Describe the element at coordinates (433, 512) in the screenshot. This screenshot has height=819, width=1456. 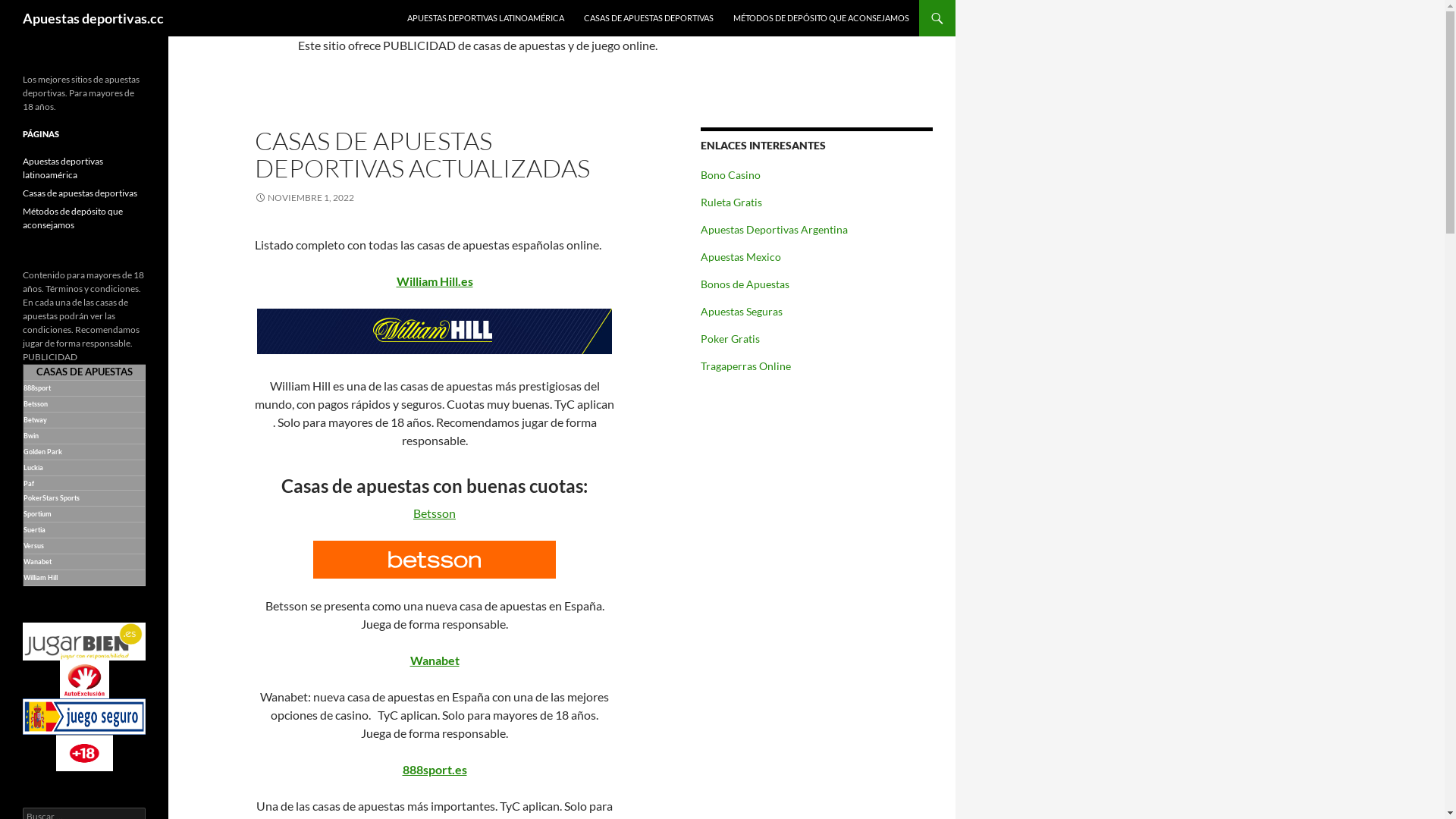
I see `'Betsson'` at that location.